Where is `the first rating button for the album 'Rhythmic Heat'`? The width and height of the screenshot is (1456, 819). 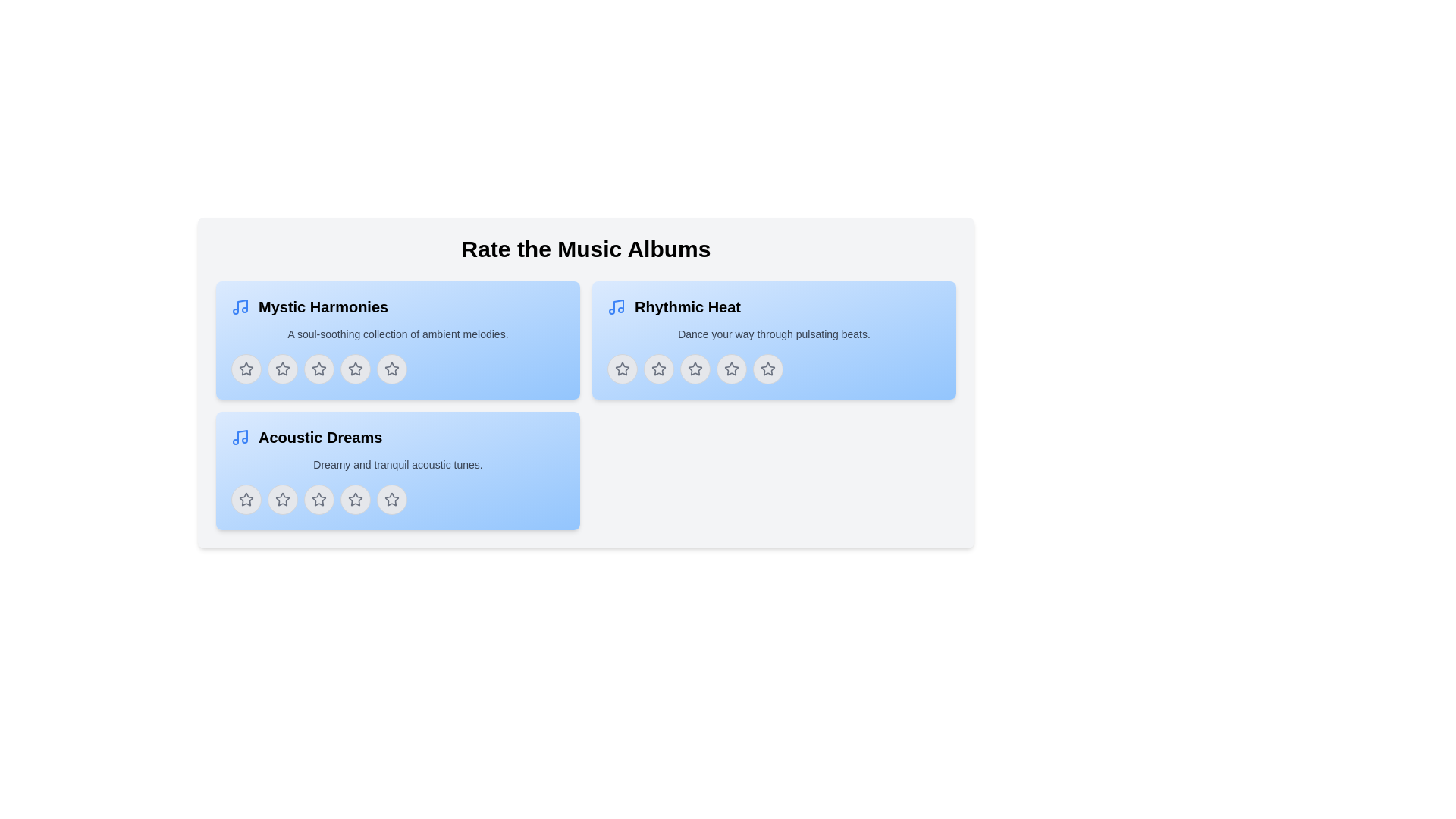 the first rating button for the album 'Rhythmic Heat' is located at coordinates (622, 369).